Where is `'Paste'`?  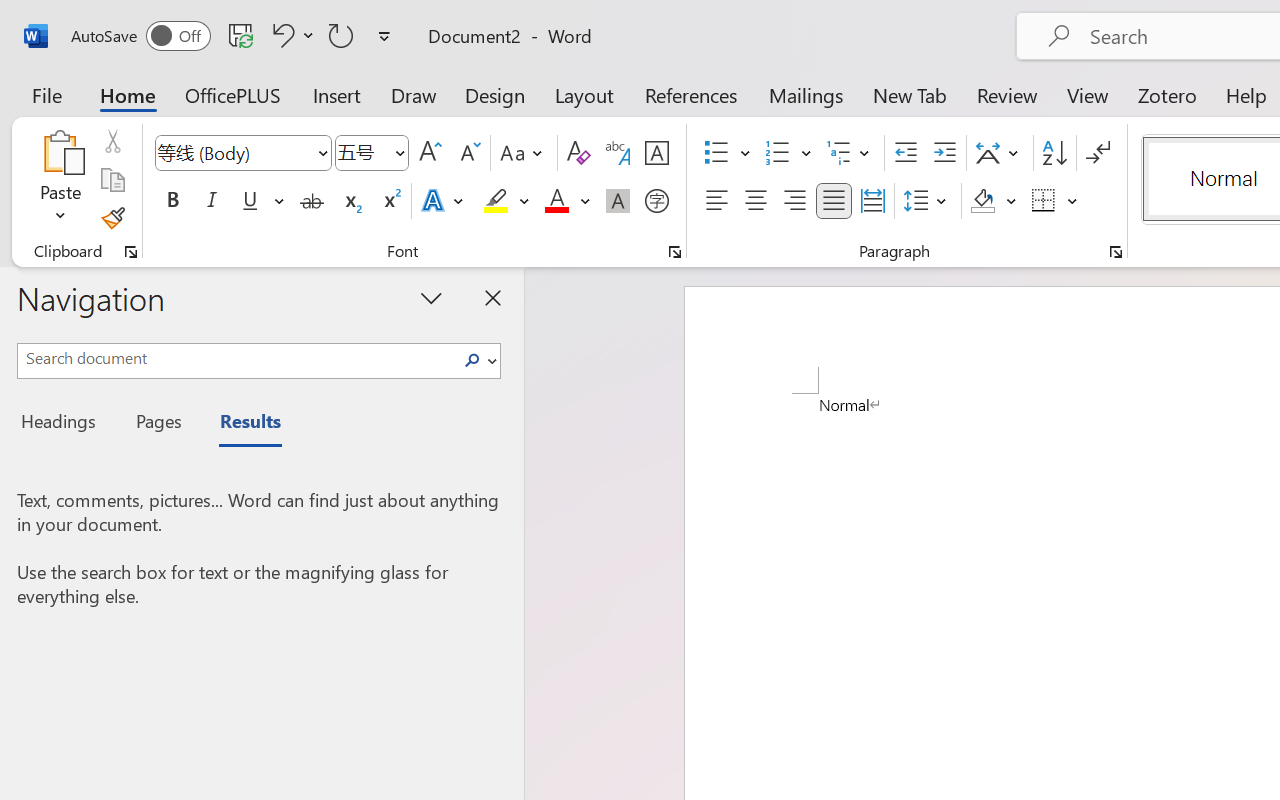 'Paste' is located at coordinates (60, 151).